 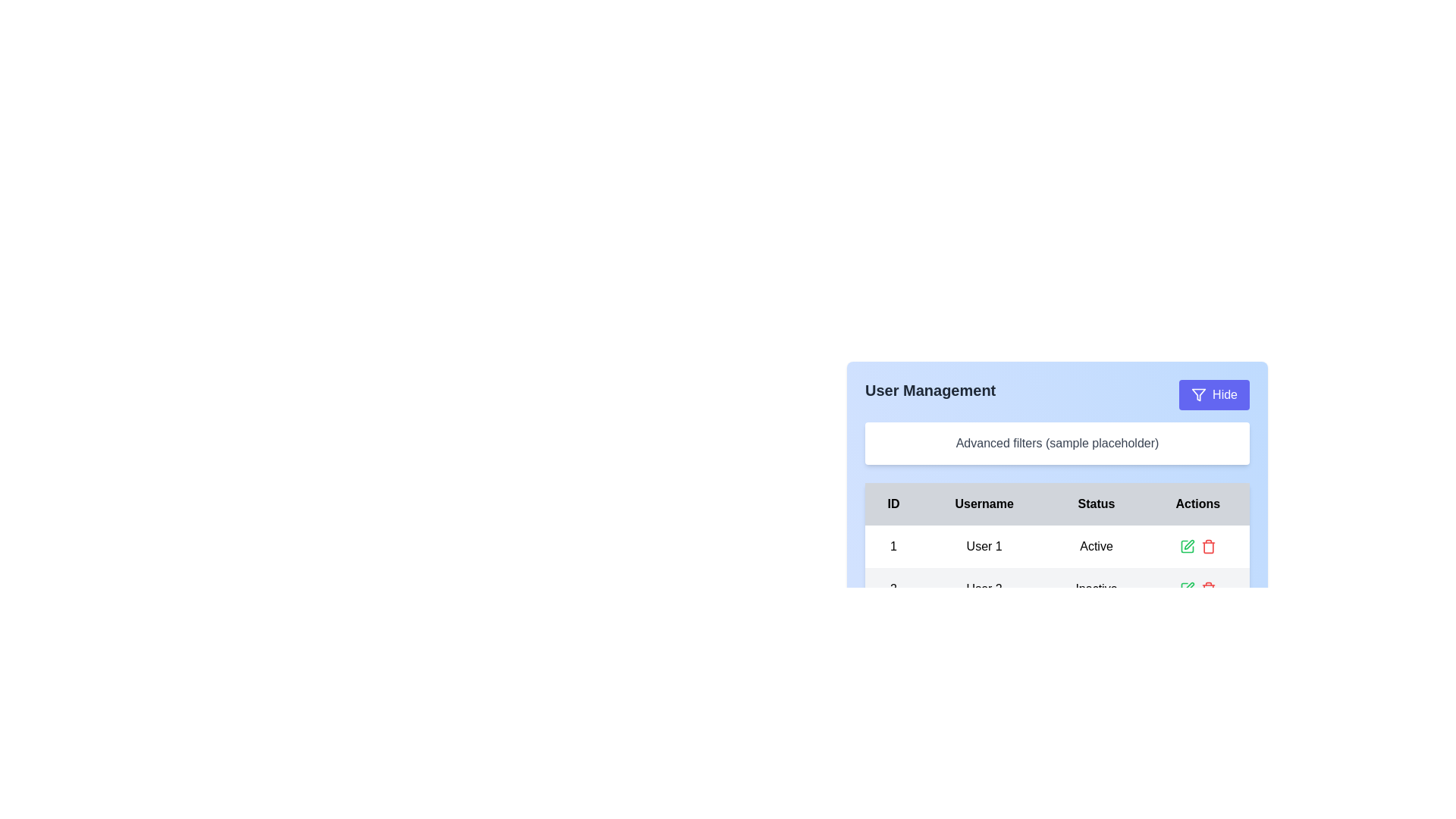 I want to click on the 'Inactive' text label in the second row of the table under the 'Status' header, located between 'User 2' and 'Actions', so click(x=1096, y=588).